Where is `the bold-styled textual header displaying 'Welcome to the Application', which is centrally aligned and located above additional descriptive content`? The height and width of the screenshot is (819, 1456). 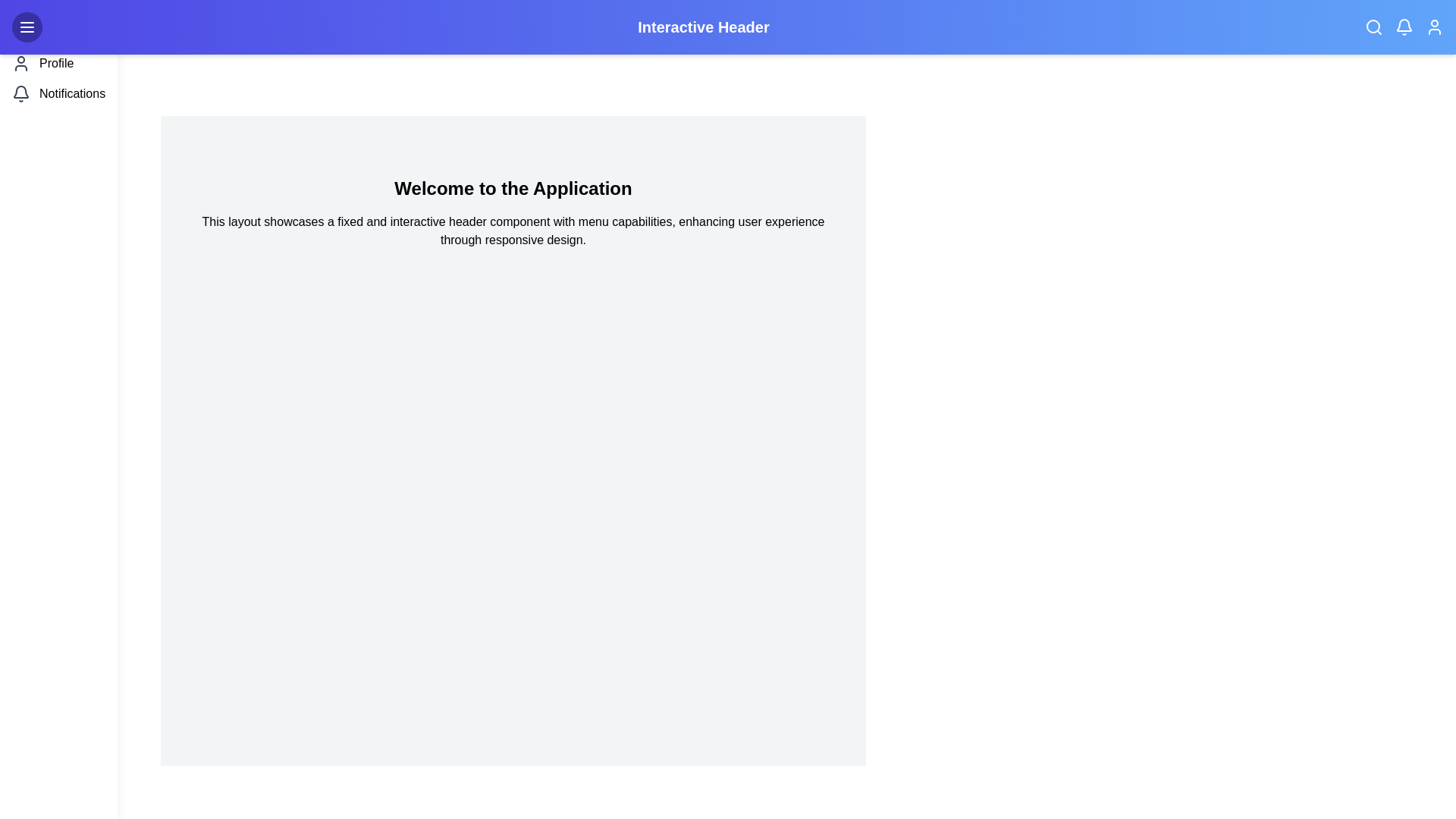 the bold-styled textual header displaying 'Welcome to the Application', which is centrally aligned and located above additional descriptive content is located at coordinates (513, 188).